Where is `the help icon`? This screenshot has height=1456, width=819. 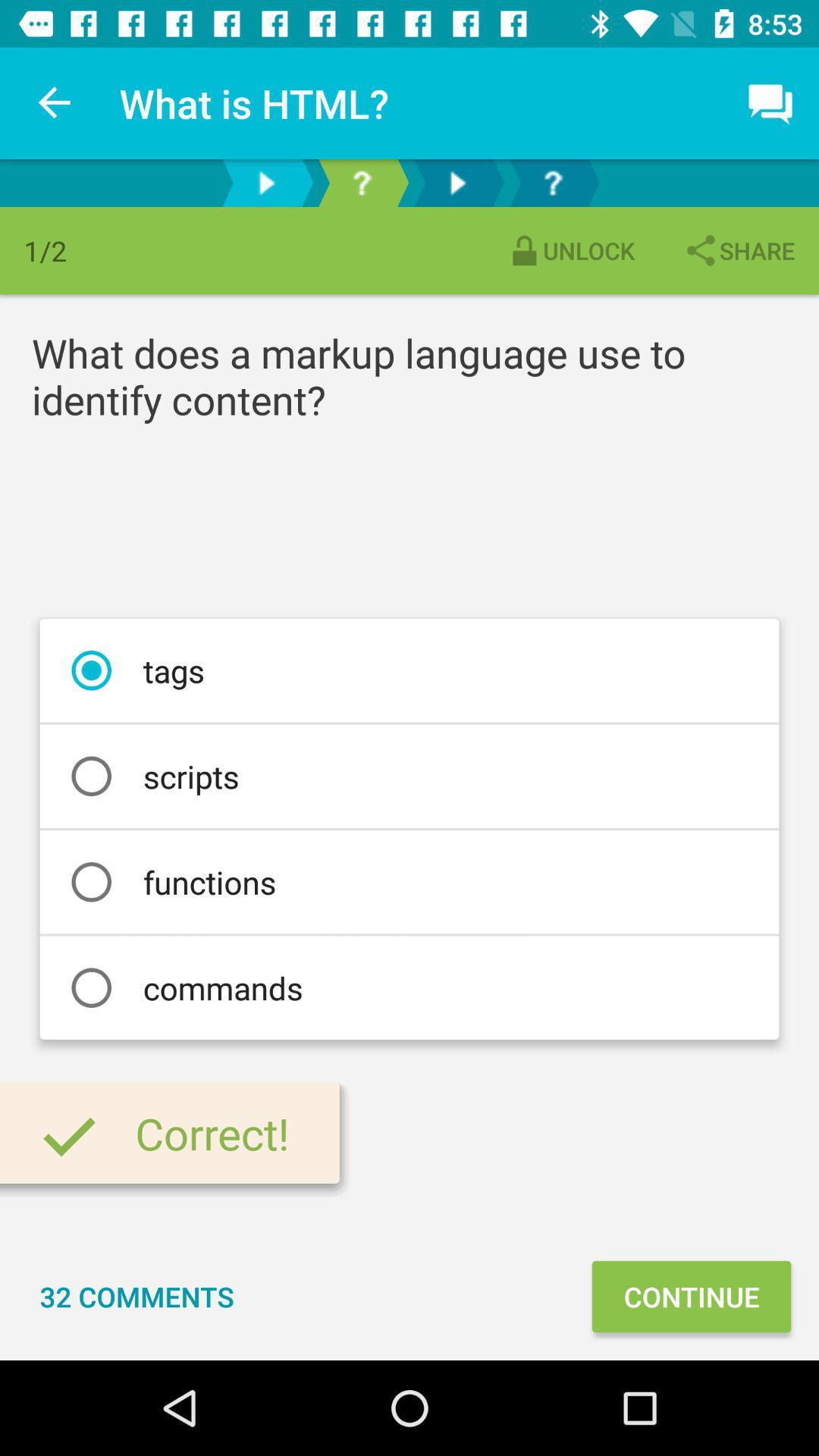 the help icon is located at coordinates (362, 182).